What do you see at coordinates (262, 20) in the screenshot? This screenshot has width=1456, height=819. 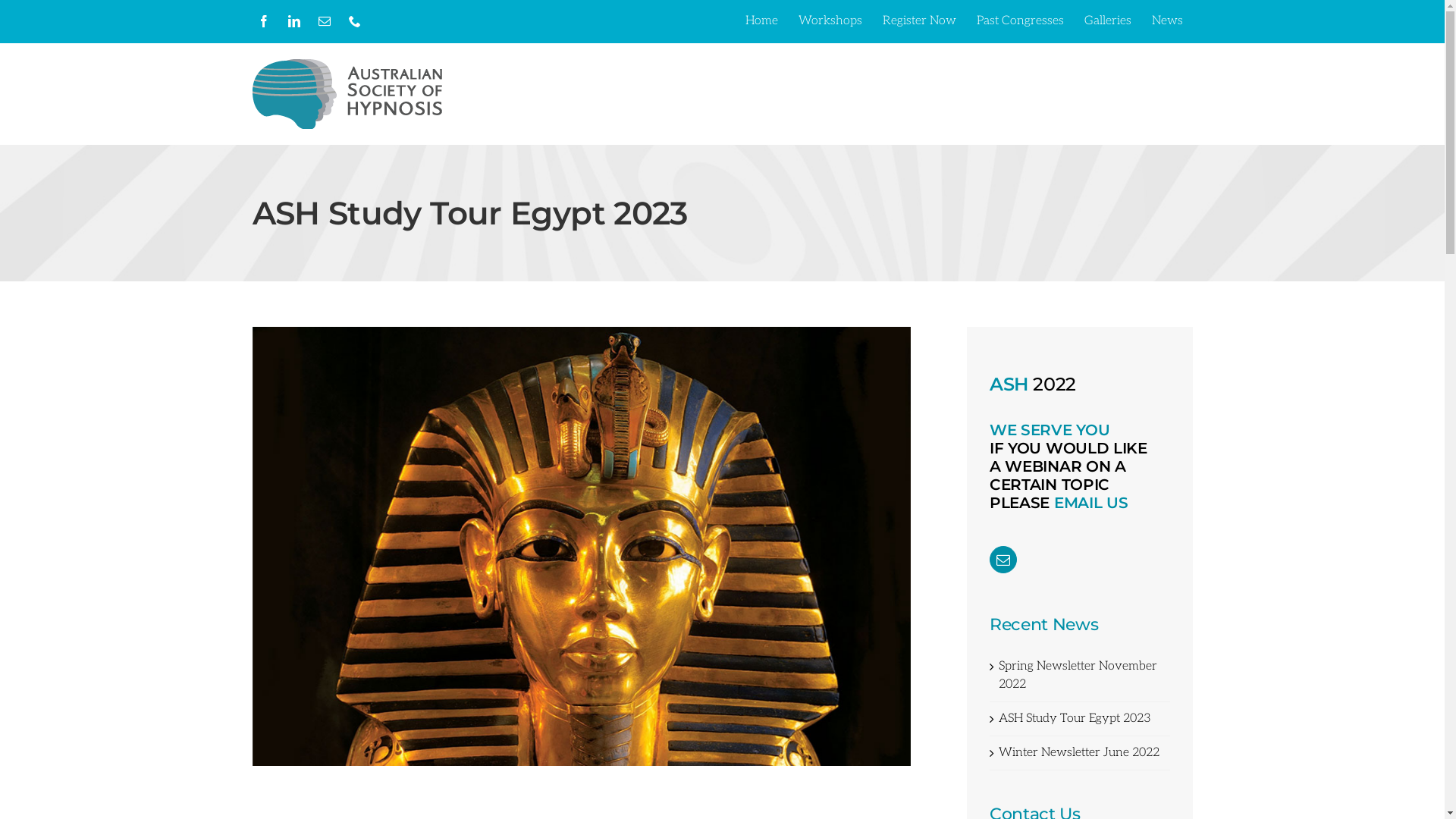 I see `'Facebook'` at bounding box center [262, 20].